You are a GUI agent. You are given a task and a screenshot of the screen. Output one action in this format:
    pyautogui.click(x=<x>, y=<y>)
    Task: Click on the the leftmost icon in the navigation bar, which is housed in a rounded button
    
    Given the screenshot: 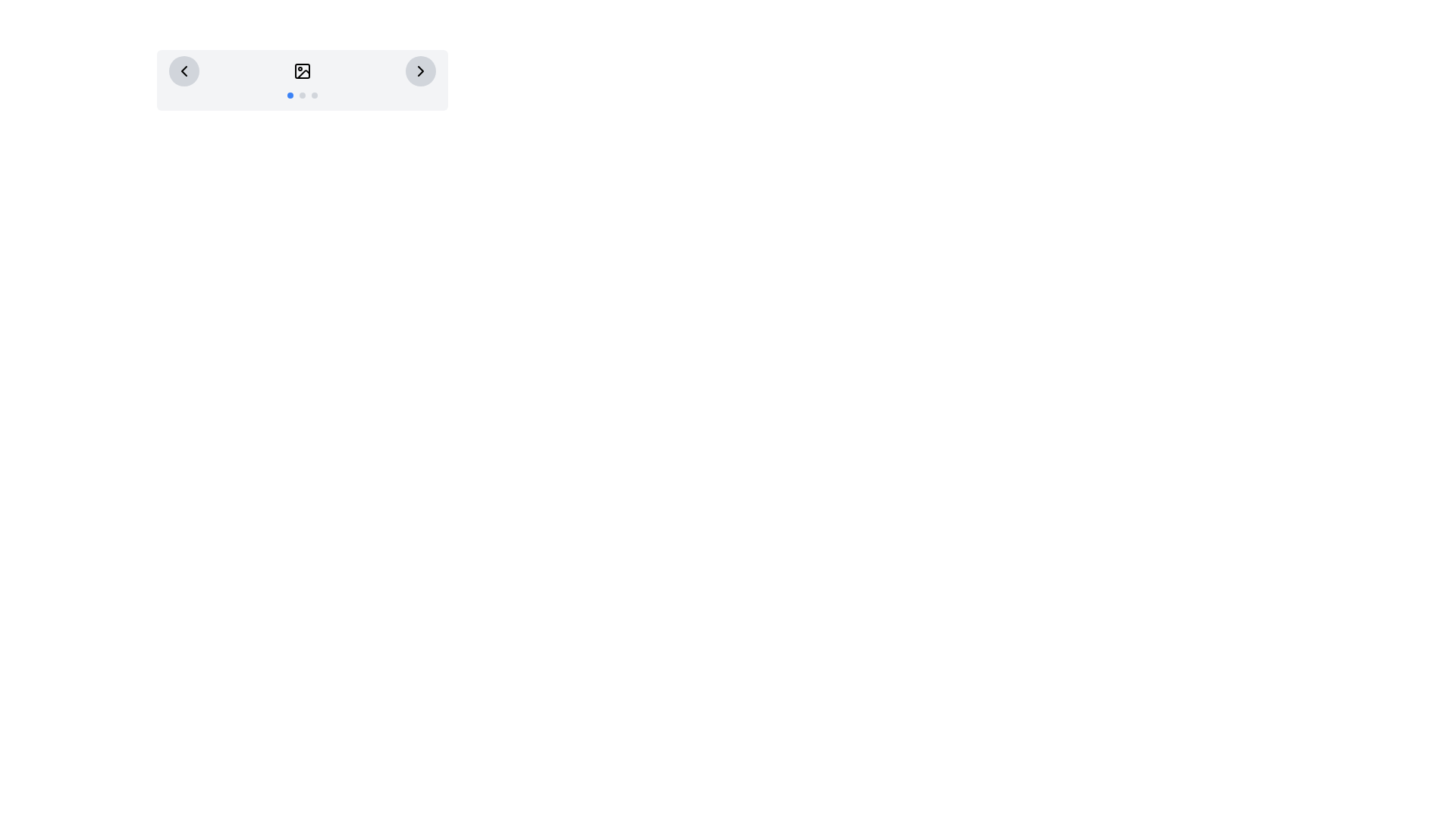 What is the action you would take?
    pyautogui.click(x=183, y=71)
    